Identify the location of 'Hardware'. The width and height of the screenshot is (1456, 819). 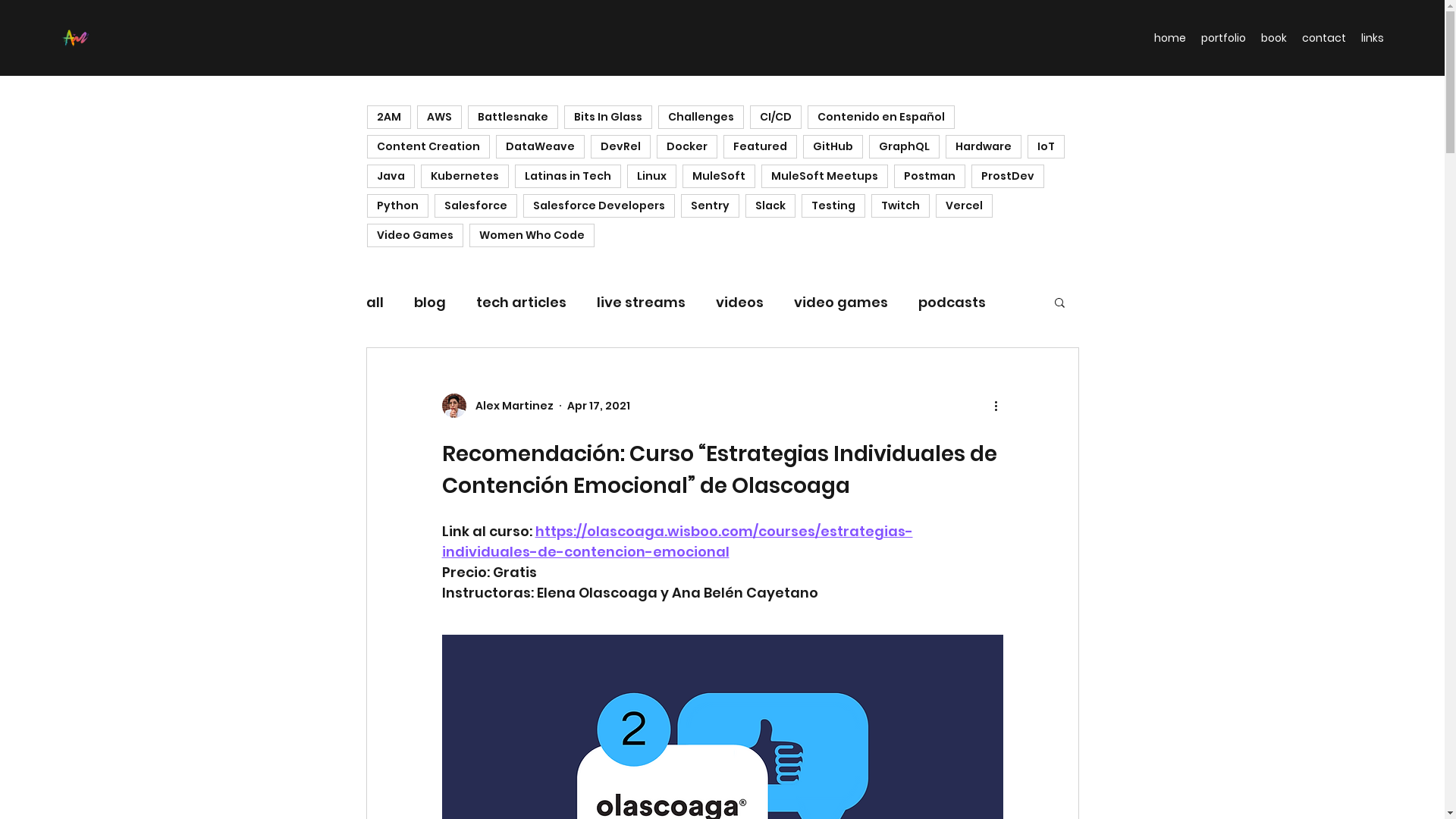
(944, 146).